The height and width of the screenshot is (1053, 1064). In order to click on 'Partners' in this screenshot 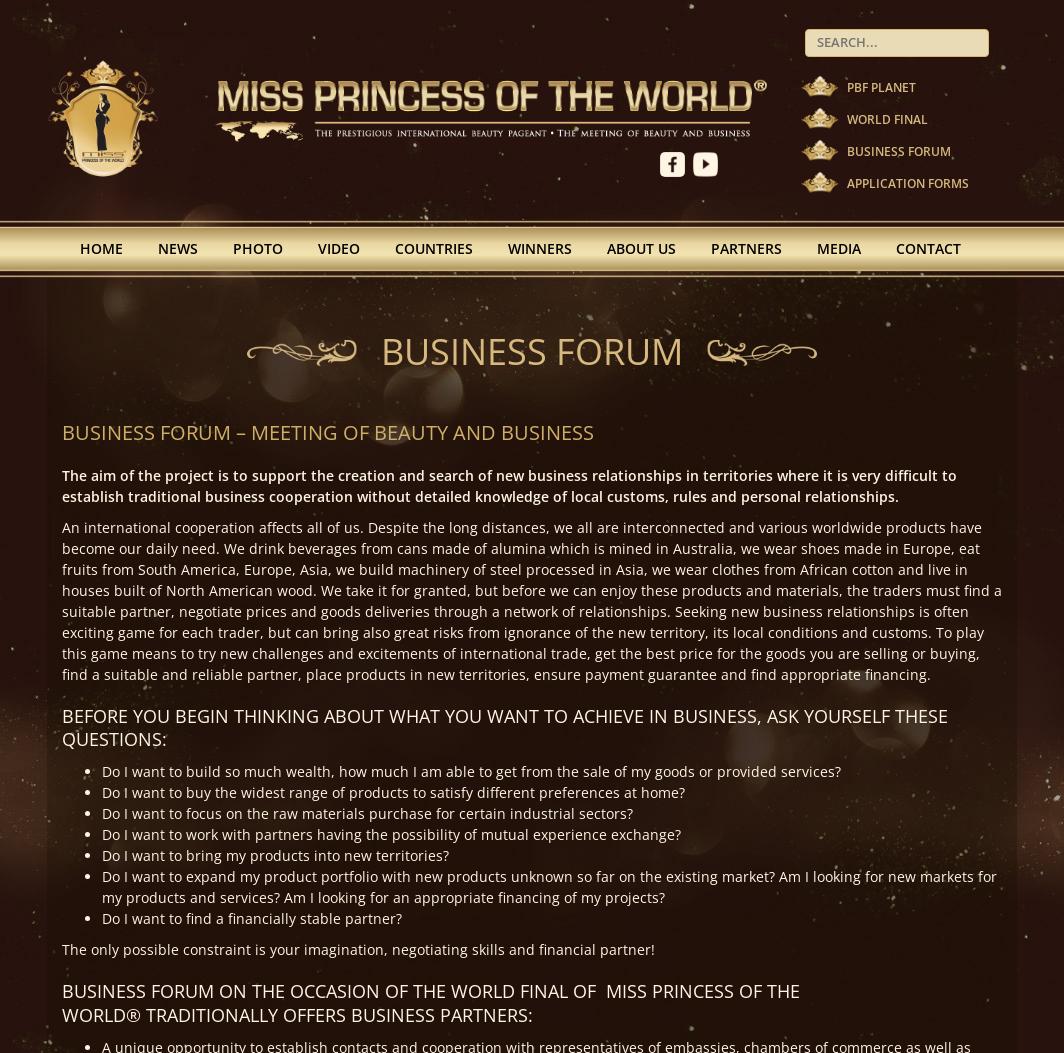, I will do `click(746, 246)`.